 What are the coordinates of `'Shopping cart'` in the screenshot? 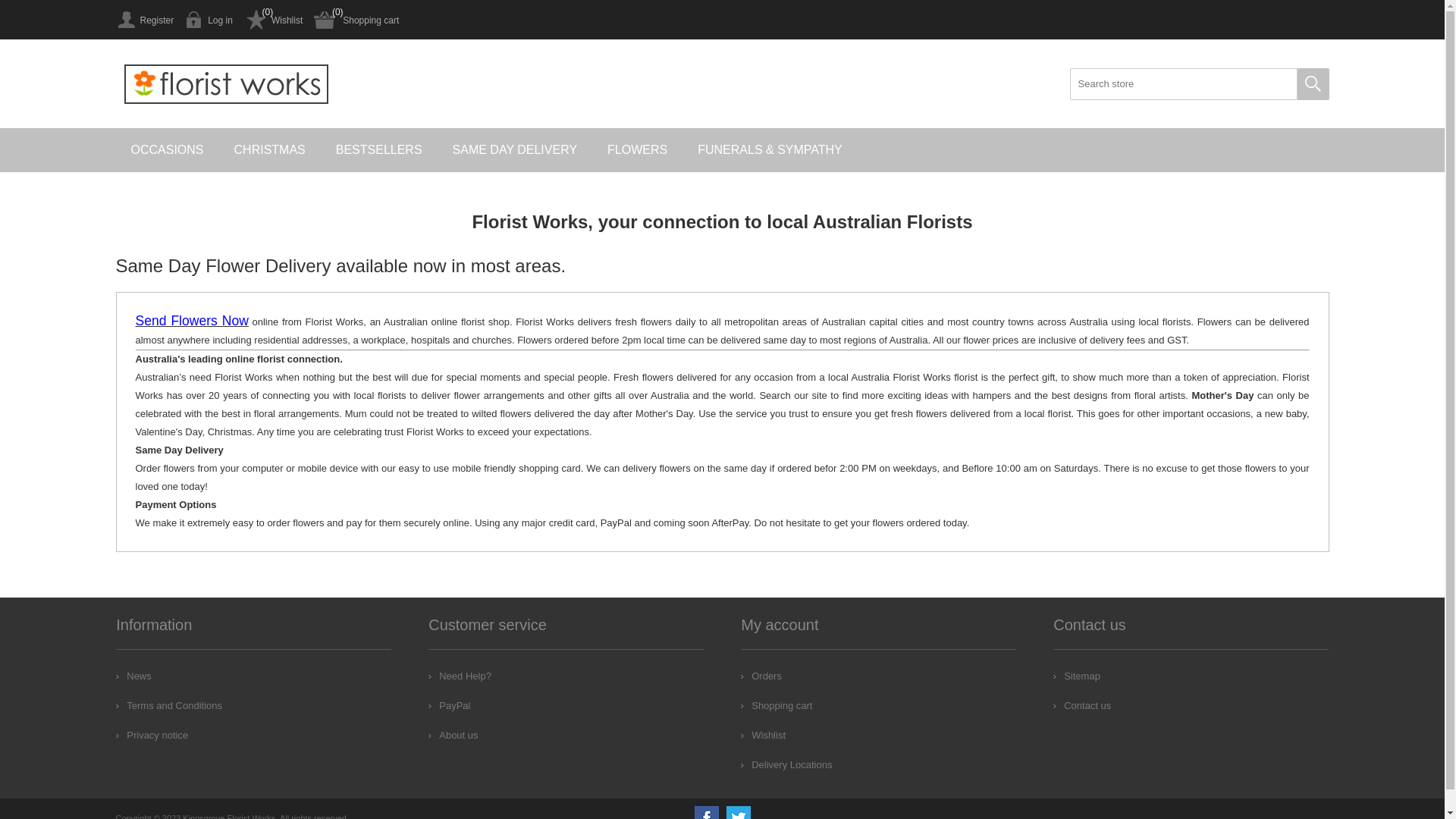 It's located at (356, 20).